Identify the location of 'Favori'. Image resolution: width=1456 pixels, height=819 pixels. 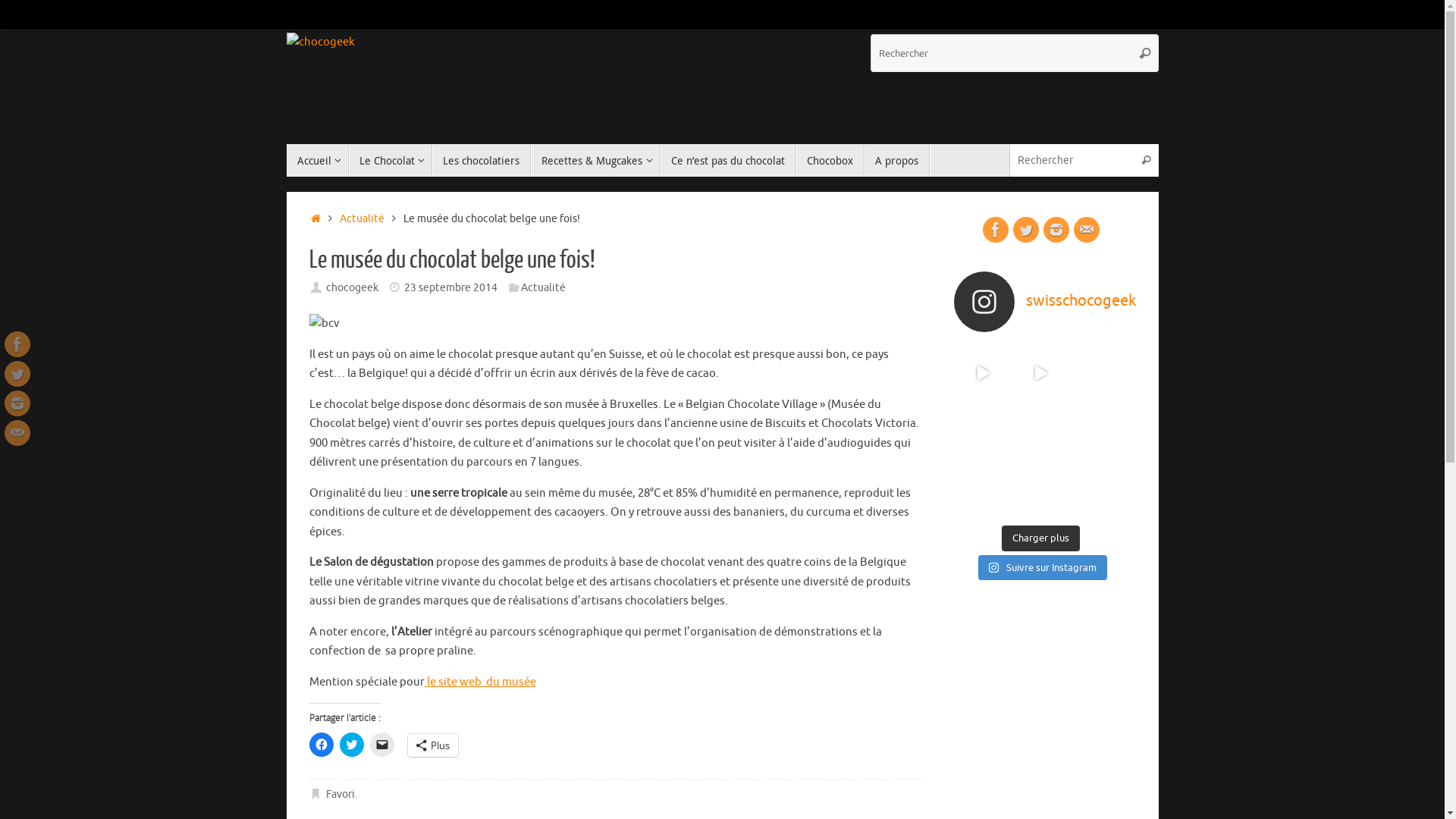
(340, 793).